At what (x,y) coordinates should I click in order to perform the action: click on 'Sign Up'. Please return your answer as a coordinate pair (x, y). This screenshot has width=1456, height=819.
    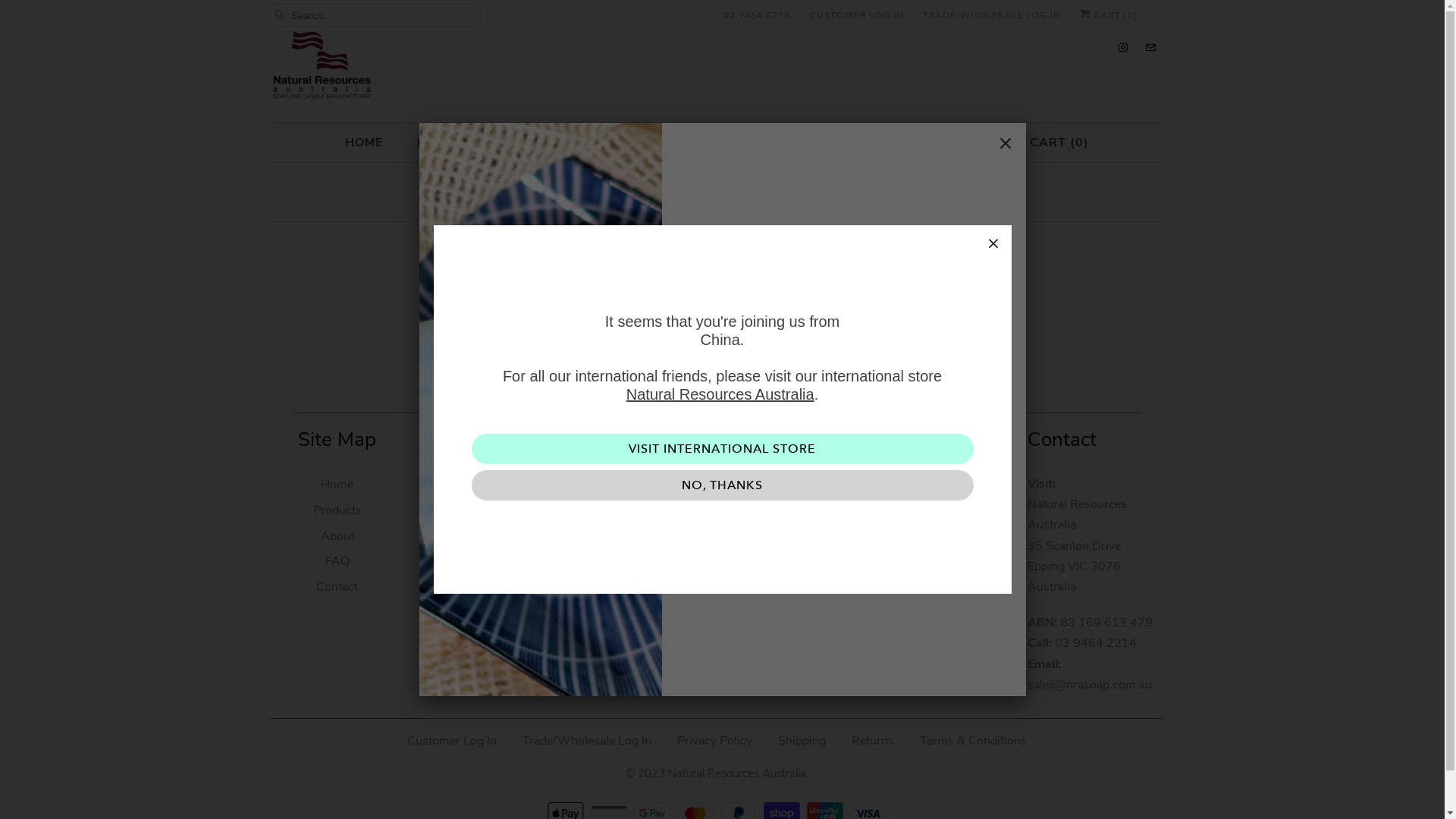
    Looking at the image, I should click on (912, 568).